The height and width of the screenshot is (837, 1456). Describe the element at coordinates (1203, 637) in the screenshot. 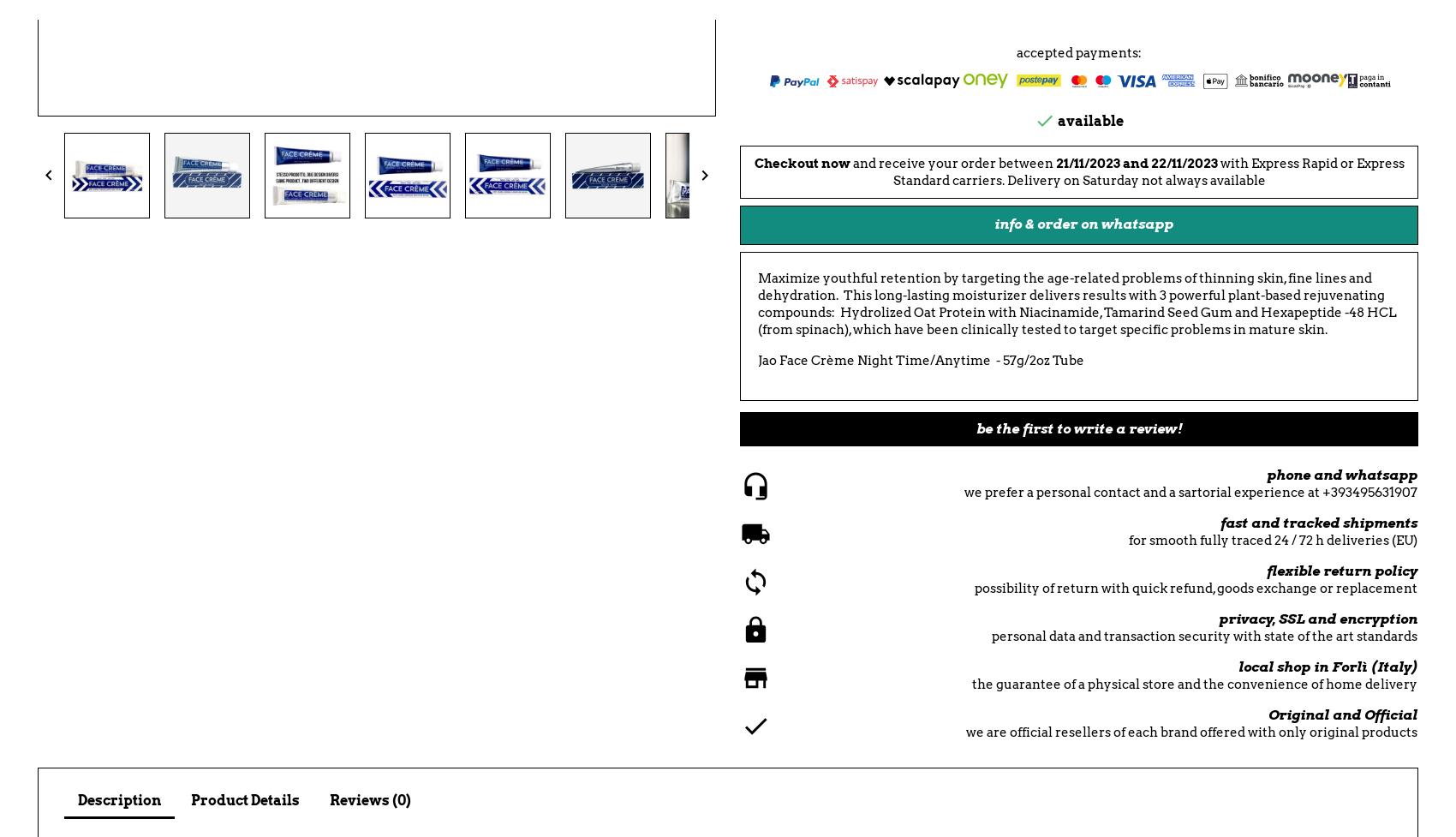

I see `'personal data and transaction security with state of the art standards'` at that location.